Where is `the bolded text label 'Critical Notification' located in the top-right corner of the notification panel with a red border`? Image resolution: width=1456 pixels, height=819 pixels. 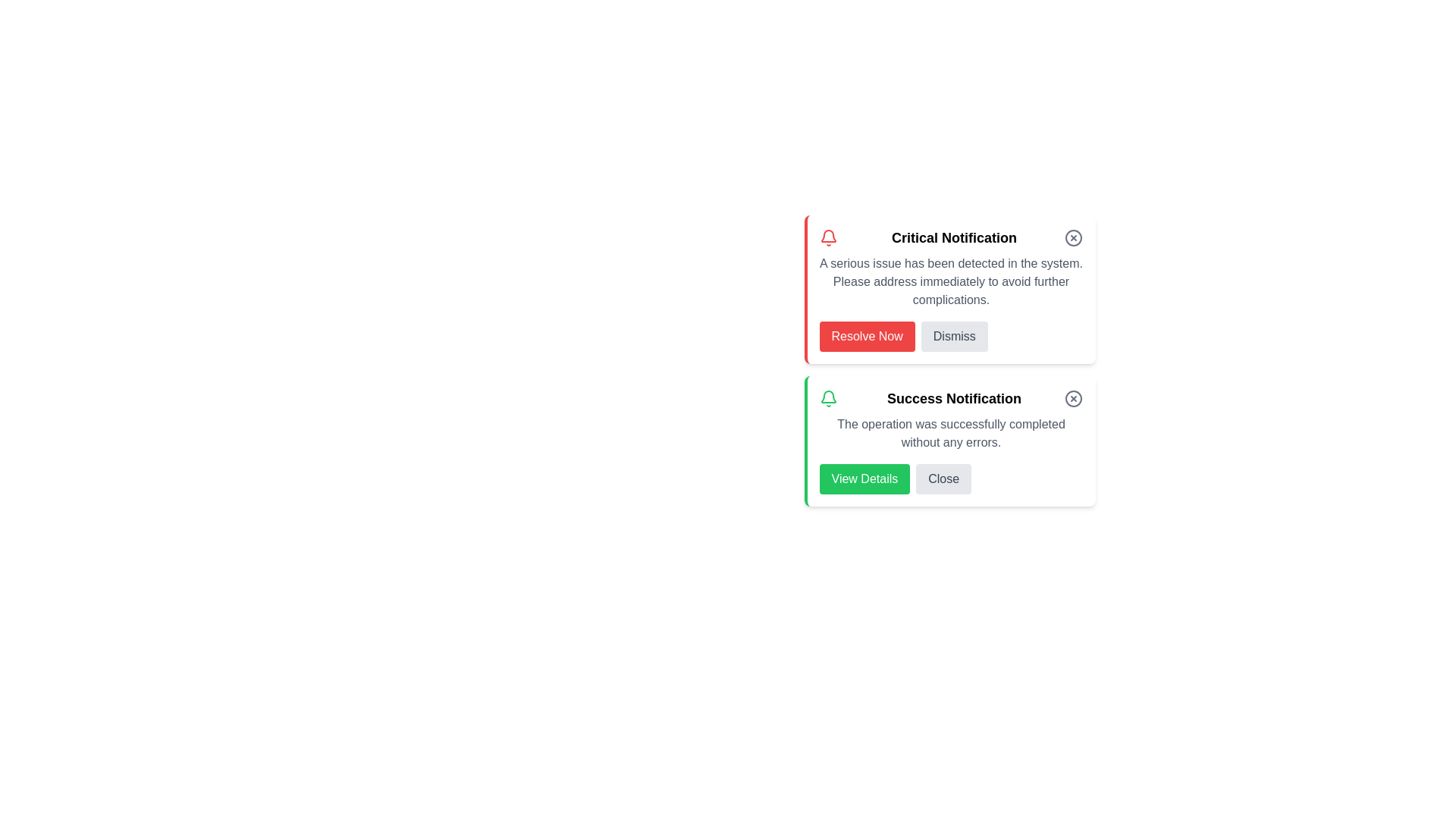 the bolded text label 'Critical Notification' located in the top-right corner of the notification panel with a red border is located at coordinates (953, 237).